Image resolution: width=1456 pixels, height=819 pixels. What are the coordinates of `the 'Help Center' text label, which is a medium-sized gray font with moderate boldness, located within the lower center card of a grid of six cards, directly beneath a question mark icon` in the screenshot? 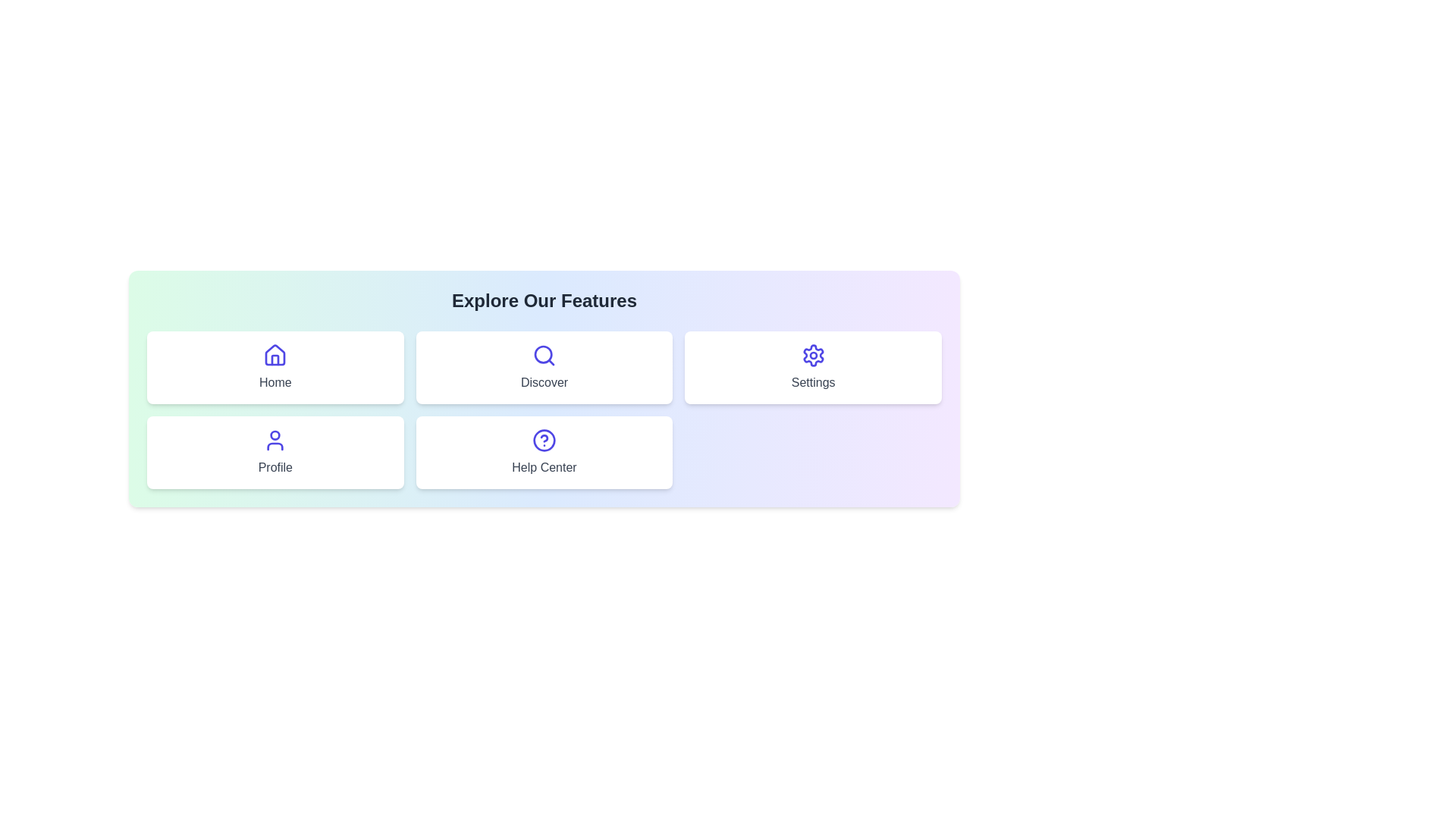 It's located at (544, 467).